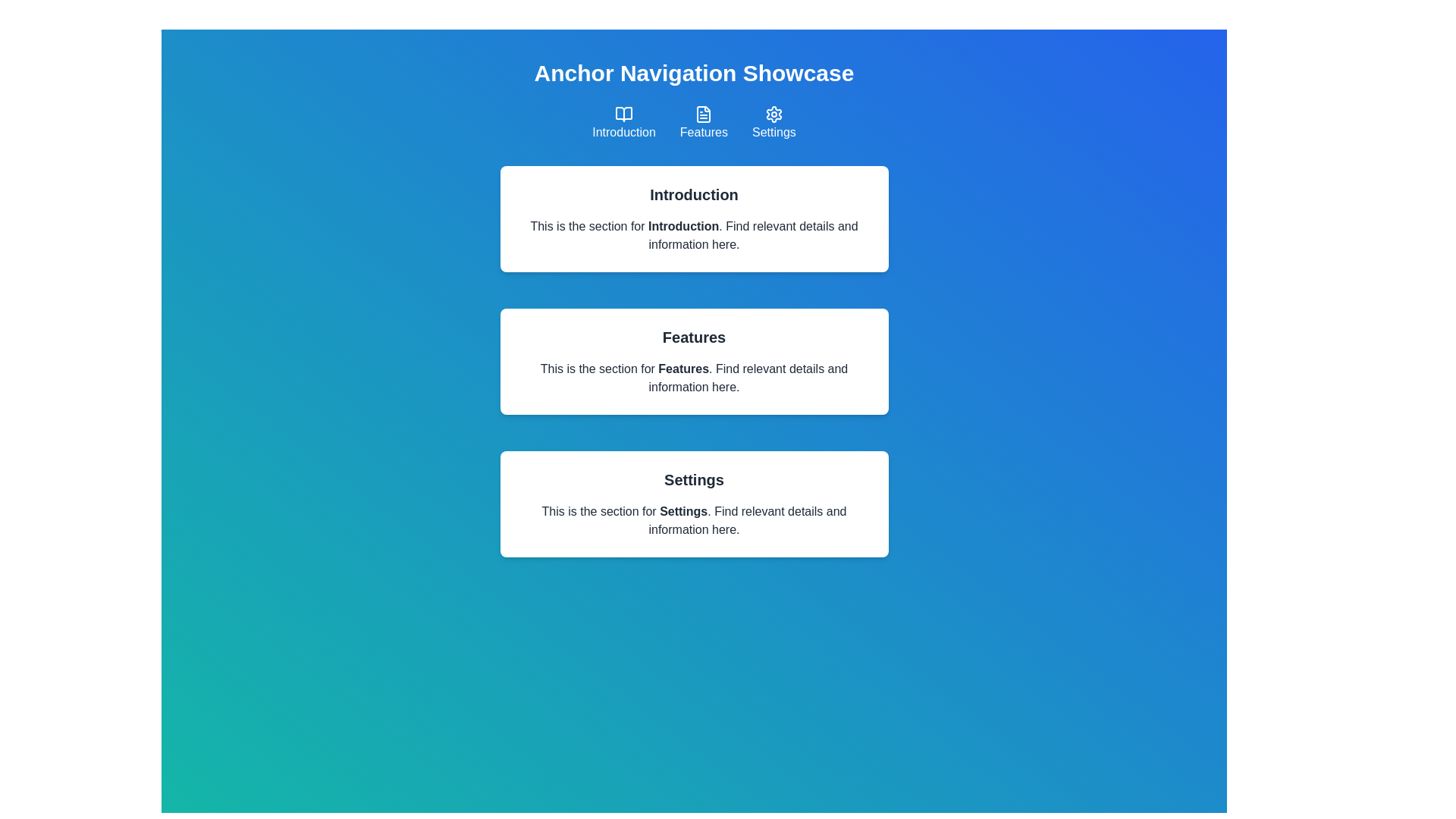 This screenshot has width=1456, height=819. Describe the element at coordinates (703, 113) in the screenshot. I see `the 'Features' icon in the navigation bar` at that location.